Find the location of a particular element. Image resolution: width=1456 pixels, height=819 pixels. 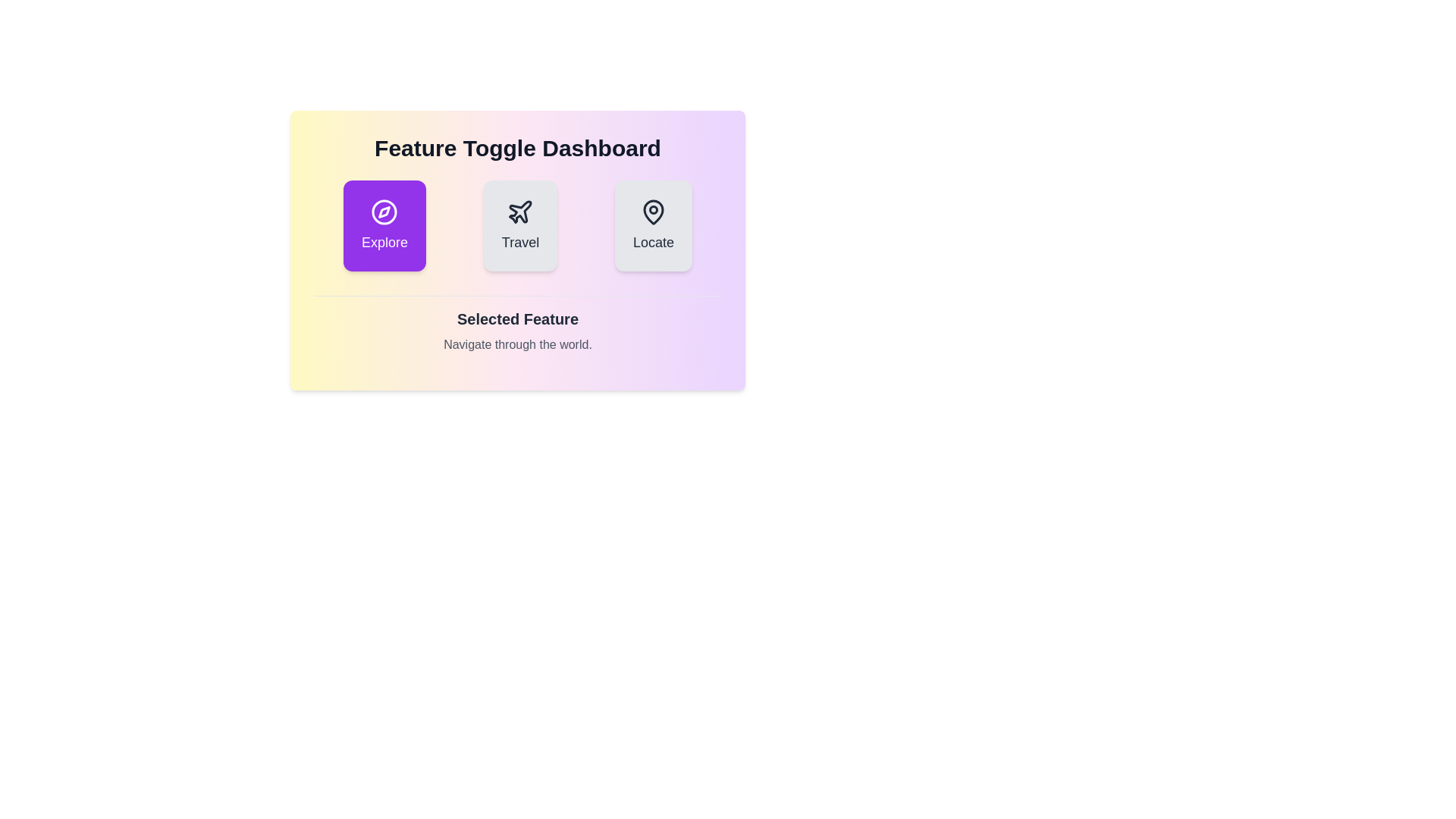

the Travel button to observe the hover effect is located at coordinates (520, 225).